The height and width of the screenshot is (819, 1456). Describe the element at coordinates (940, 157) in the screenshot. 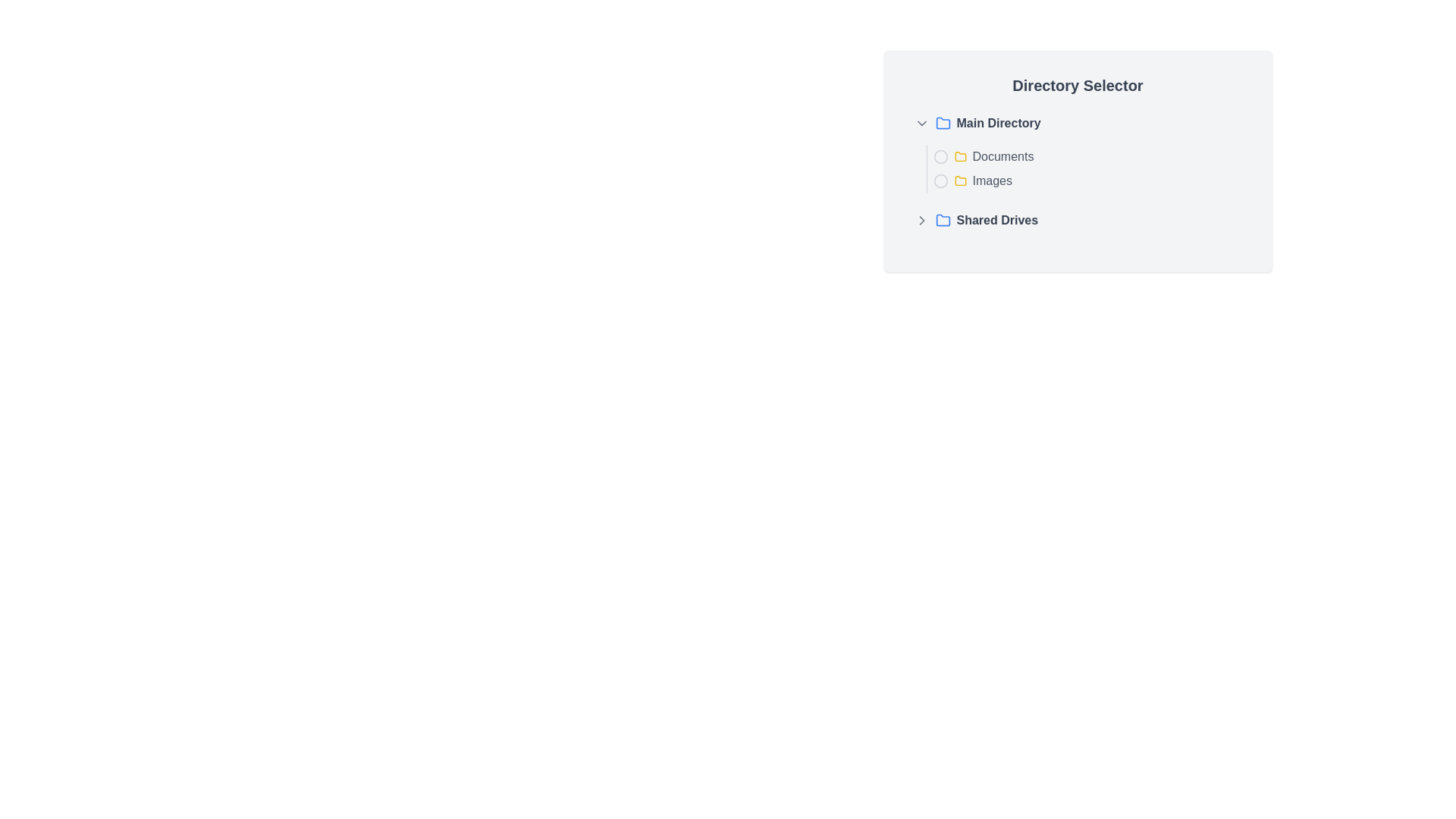

I see `the interactive marker icon` at that location.